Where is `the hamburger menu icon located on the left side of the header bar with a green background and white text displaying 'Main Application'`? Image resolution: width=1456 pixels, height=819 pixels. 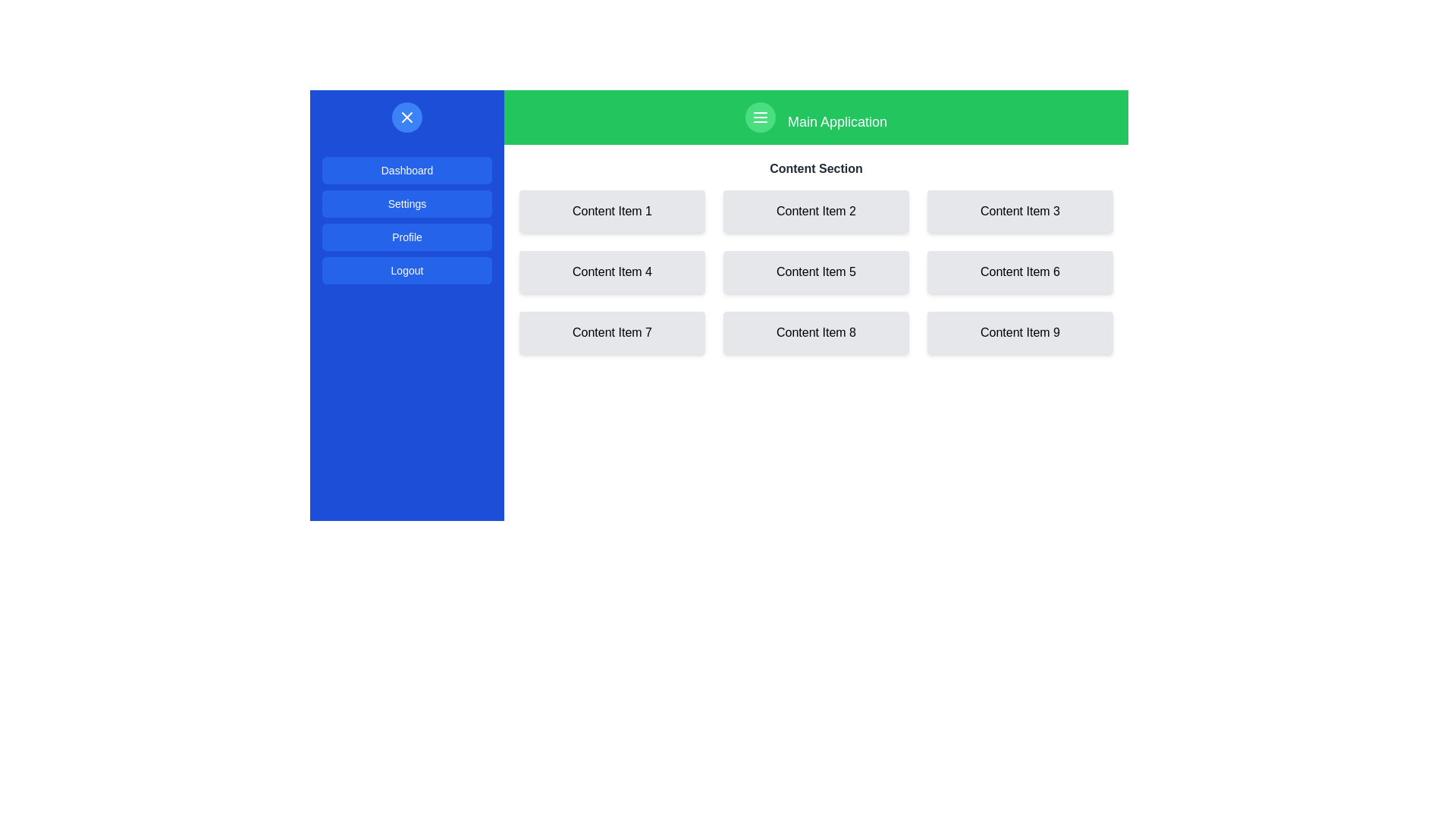 the hamburger menu icon located on the left side of the header bar with a green background and white text displaying 'Main Application' is located at coordinates (815, 116).